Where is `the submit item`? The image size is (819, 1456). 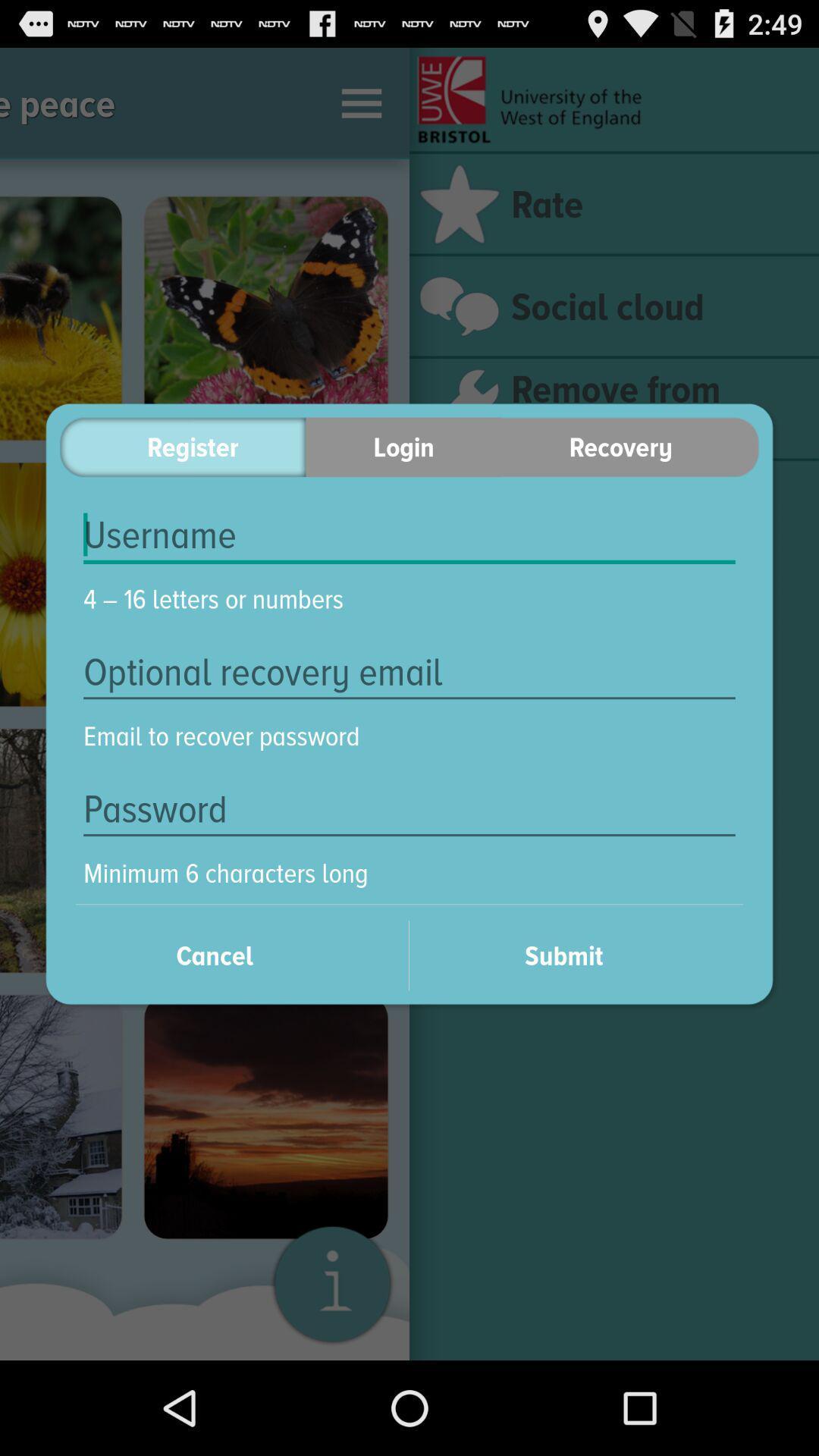
the submit item is located at coordinates (583, 955).